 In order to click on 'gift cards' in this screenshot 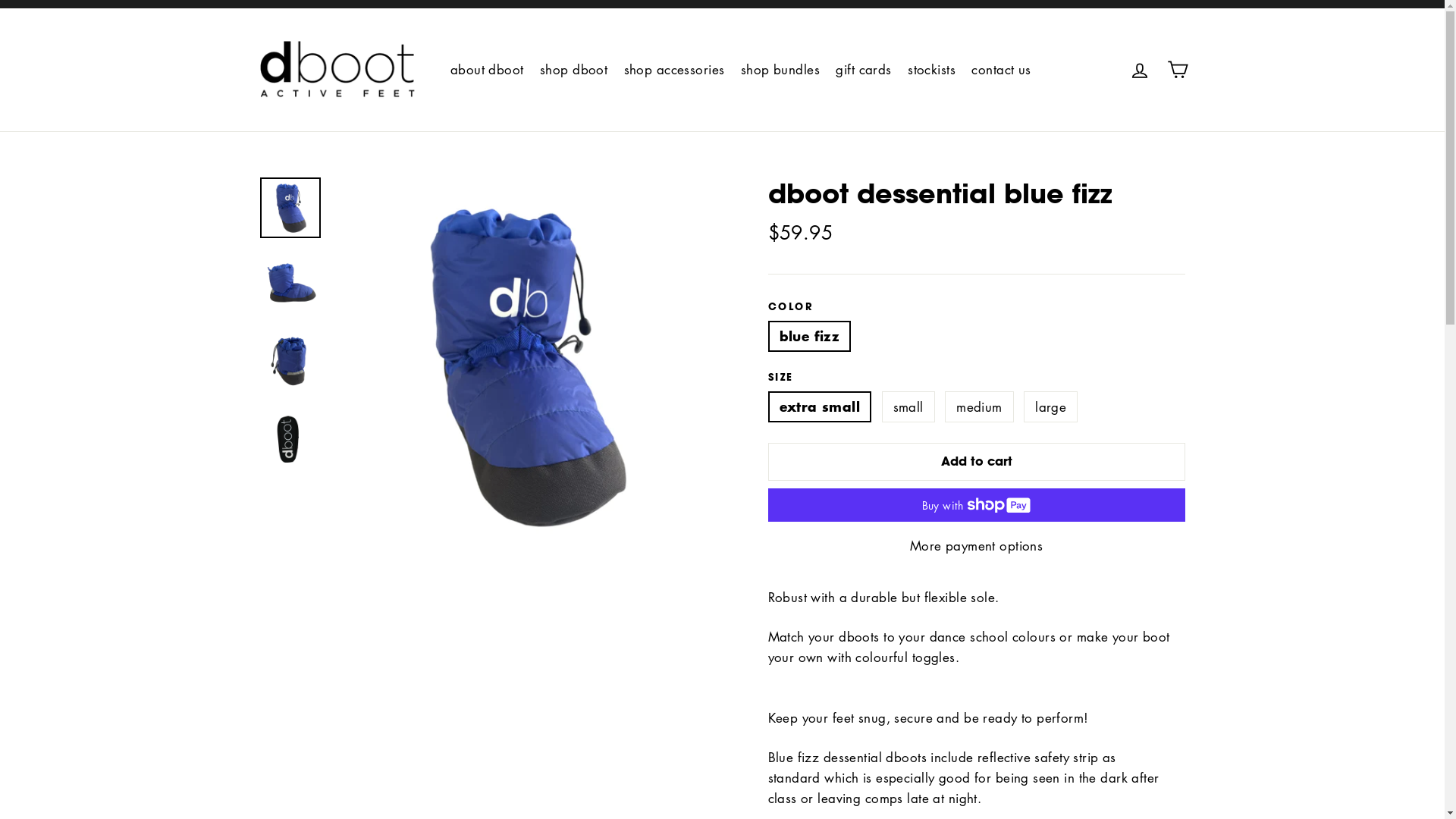, I will do `click(863, 70)`.